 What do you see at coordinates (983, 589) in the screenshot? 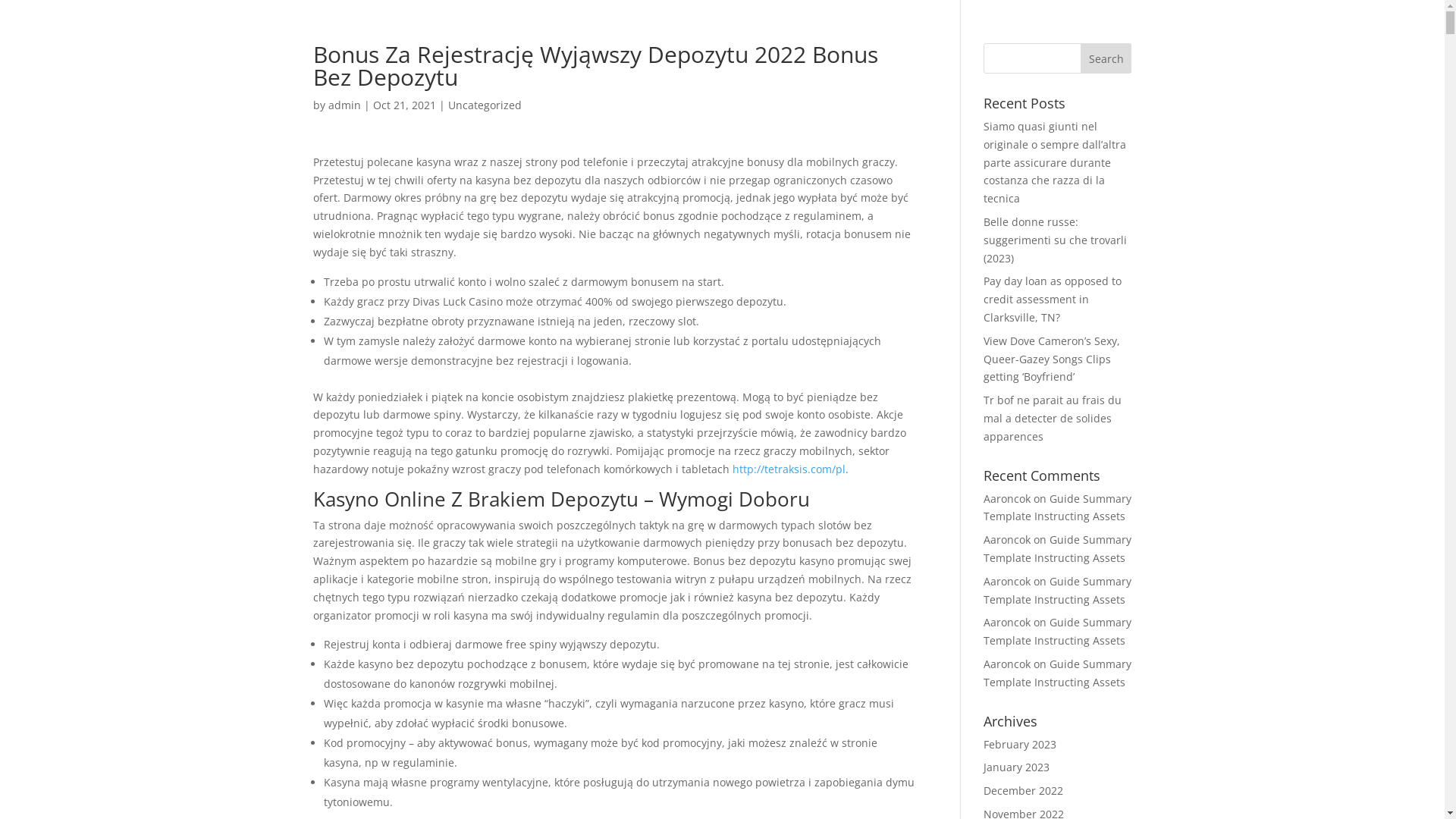
I see `'Guide Summary Template Instructing Assets'` at bounding box center [983, 589].